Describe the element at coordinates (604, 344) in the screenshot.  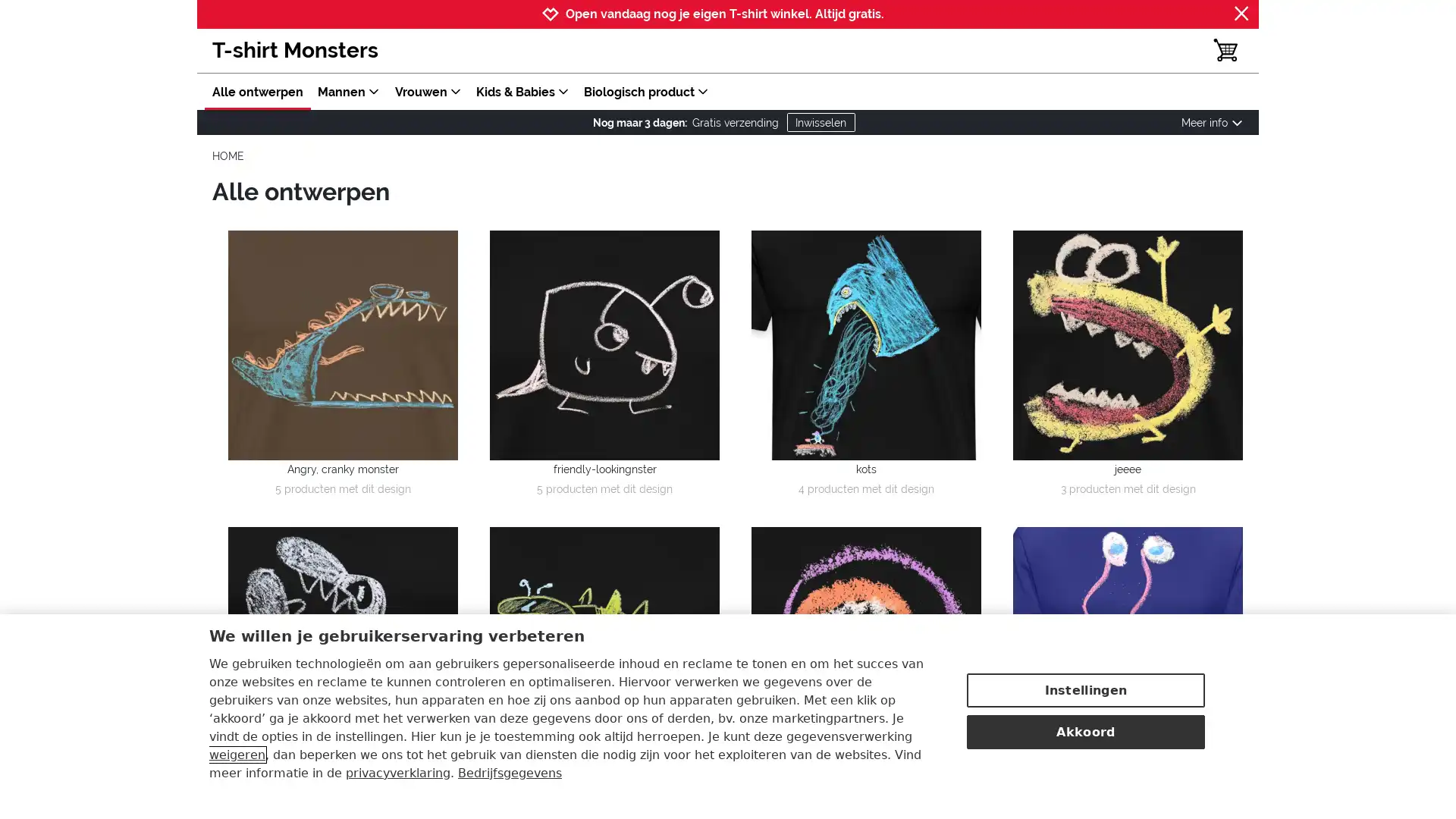
I see `friendly-lookingnster - Mannen Premium T-shirt` at that location.